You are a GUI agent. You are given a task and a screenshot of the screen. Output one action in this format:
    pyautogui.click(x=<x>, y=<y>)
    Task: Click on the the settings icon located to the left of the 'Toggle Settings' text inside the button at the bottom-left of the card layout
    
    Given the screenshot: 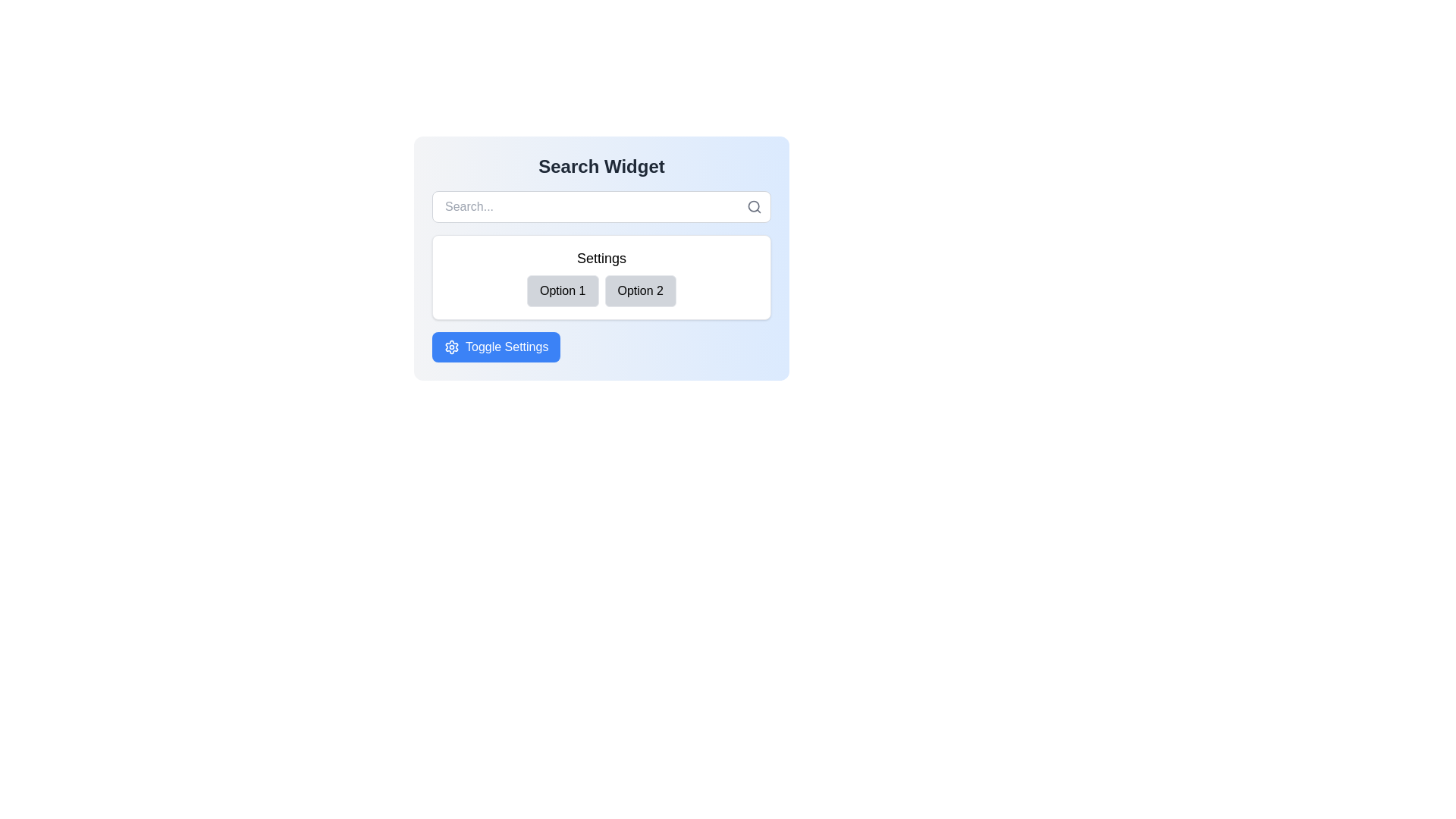 What is the action you would take?
    pyautogui.click(x=450, y=347)
    